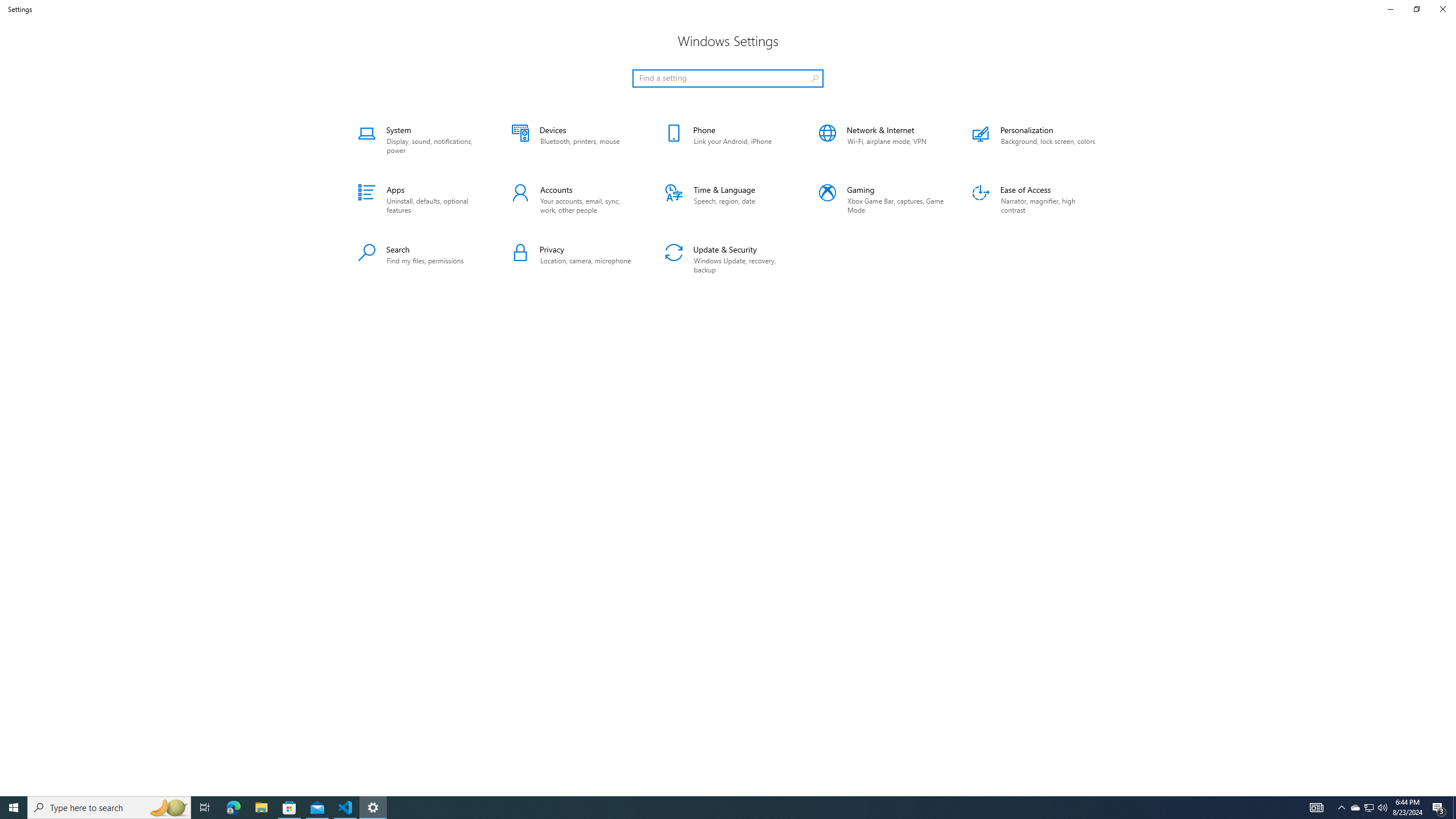 This screenshot has height=819, width=1456. Describe the element at coordinates (573, 139) in the screenshot. I see `'Devices'` at that location.